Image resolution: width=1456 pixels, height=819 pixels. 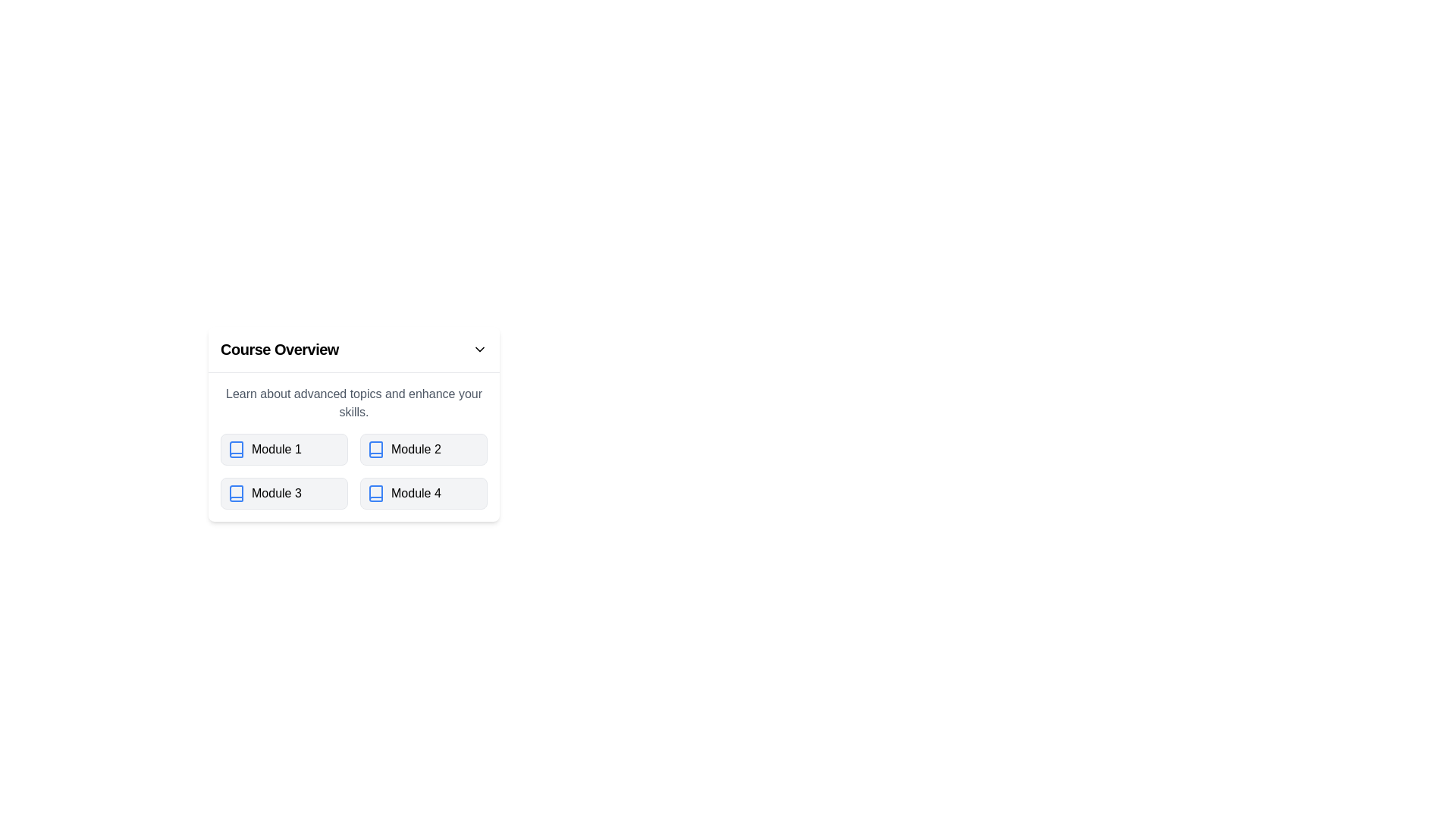 What do you see at coordinates (276, 494) in the screenshot?
I see `the text label displaying 'Module 3', which is styled with a medium weight font and is located in the lower-left quadrant of the module selection area, enclosed in a light gray background with a small blue book icon` at bounding box center [276, 494].